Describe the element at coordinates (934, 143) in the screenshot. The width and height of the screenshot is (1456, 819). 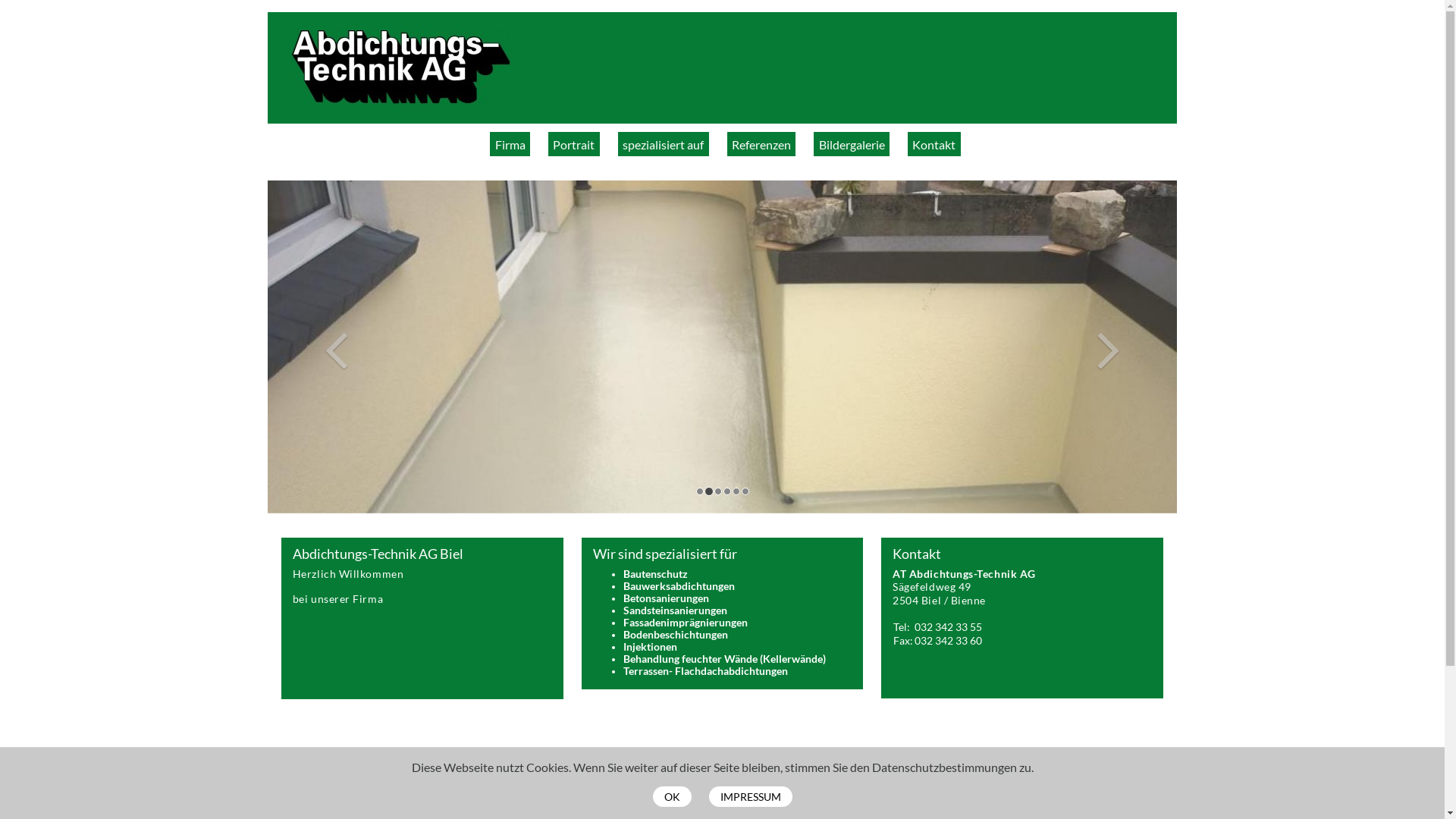
I see `'Kontakt'` at that location.